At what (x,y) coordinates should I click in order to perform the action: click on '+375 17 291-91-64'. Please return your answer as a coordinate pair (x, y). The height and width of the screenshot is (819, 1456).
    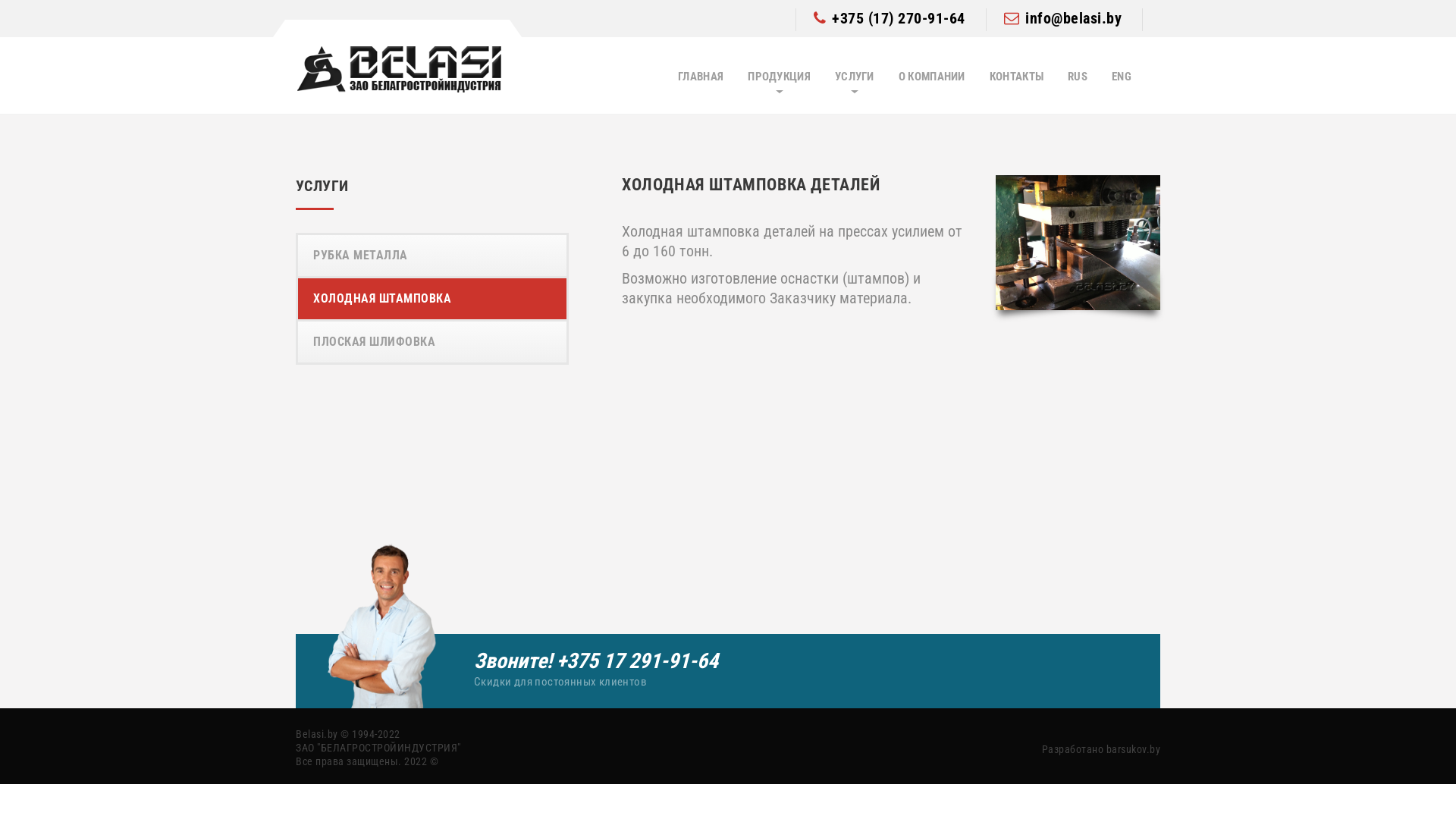
    Looking at the image, I should click on (637, 660).